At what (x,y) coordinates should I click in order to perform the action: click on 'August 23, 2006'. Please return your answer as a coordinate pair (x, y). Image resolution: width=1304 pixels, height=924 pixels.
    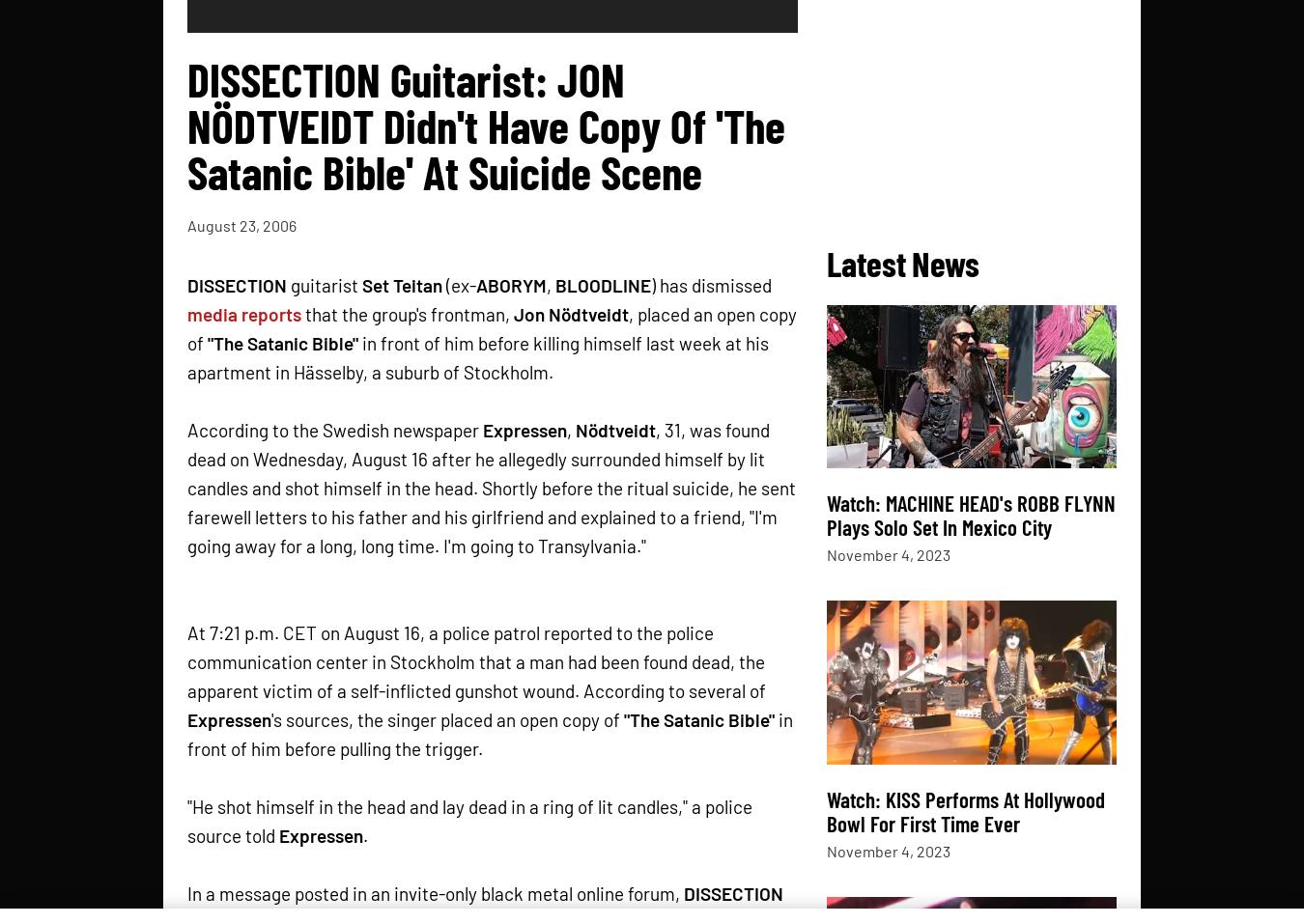
    Looking at the image, I should click on (186, 223).